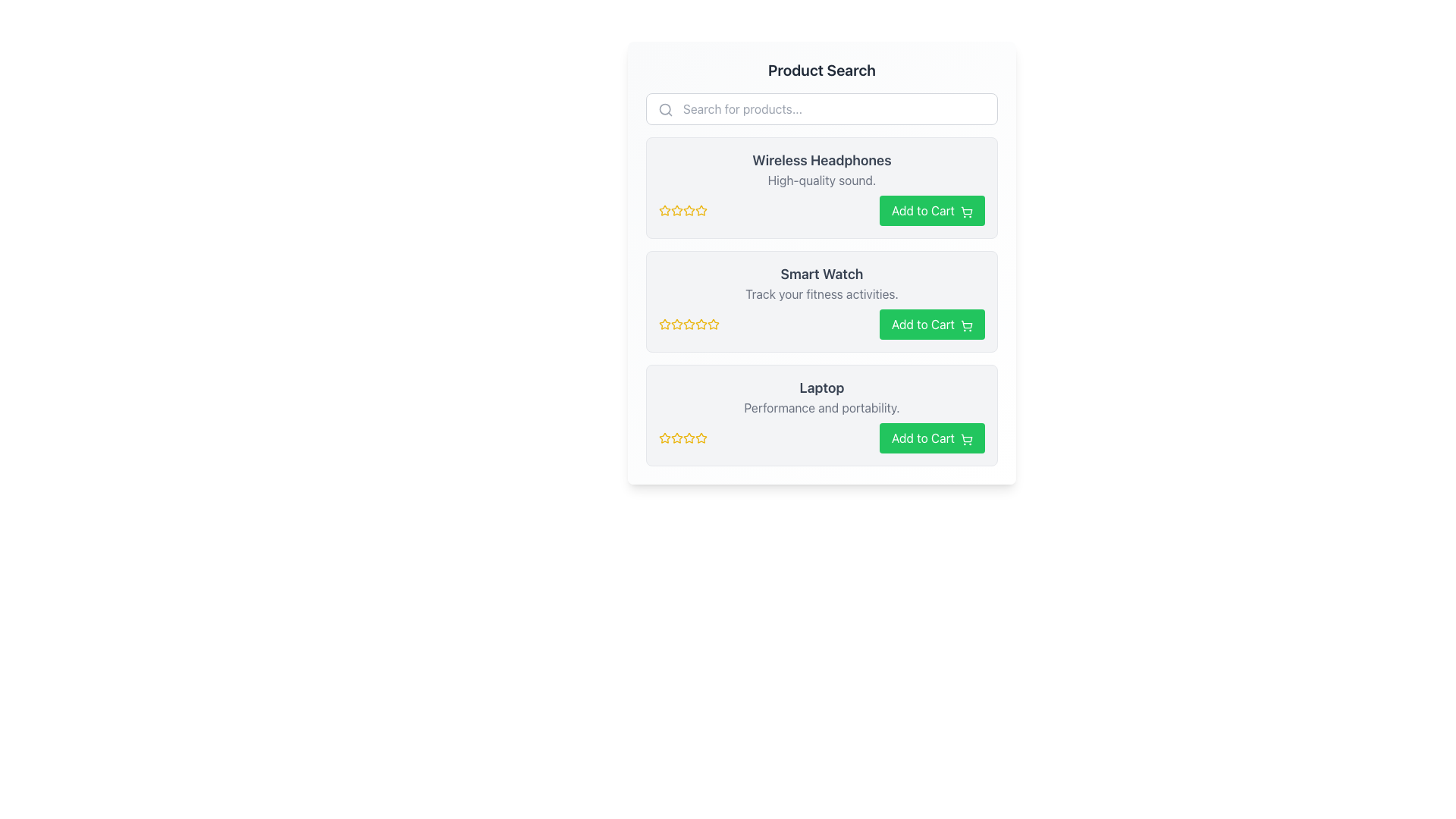  Describe the element at coordinates (676, 438) in the screenshot. I see `the second yellow star icon in the rating area for the 'Laptop' product entry` at that location.